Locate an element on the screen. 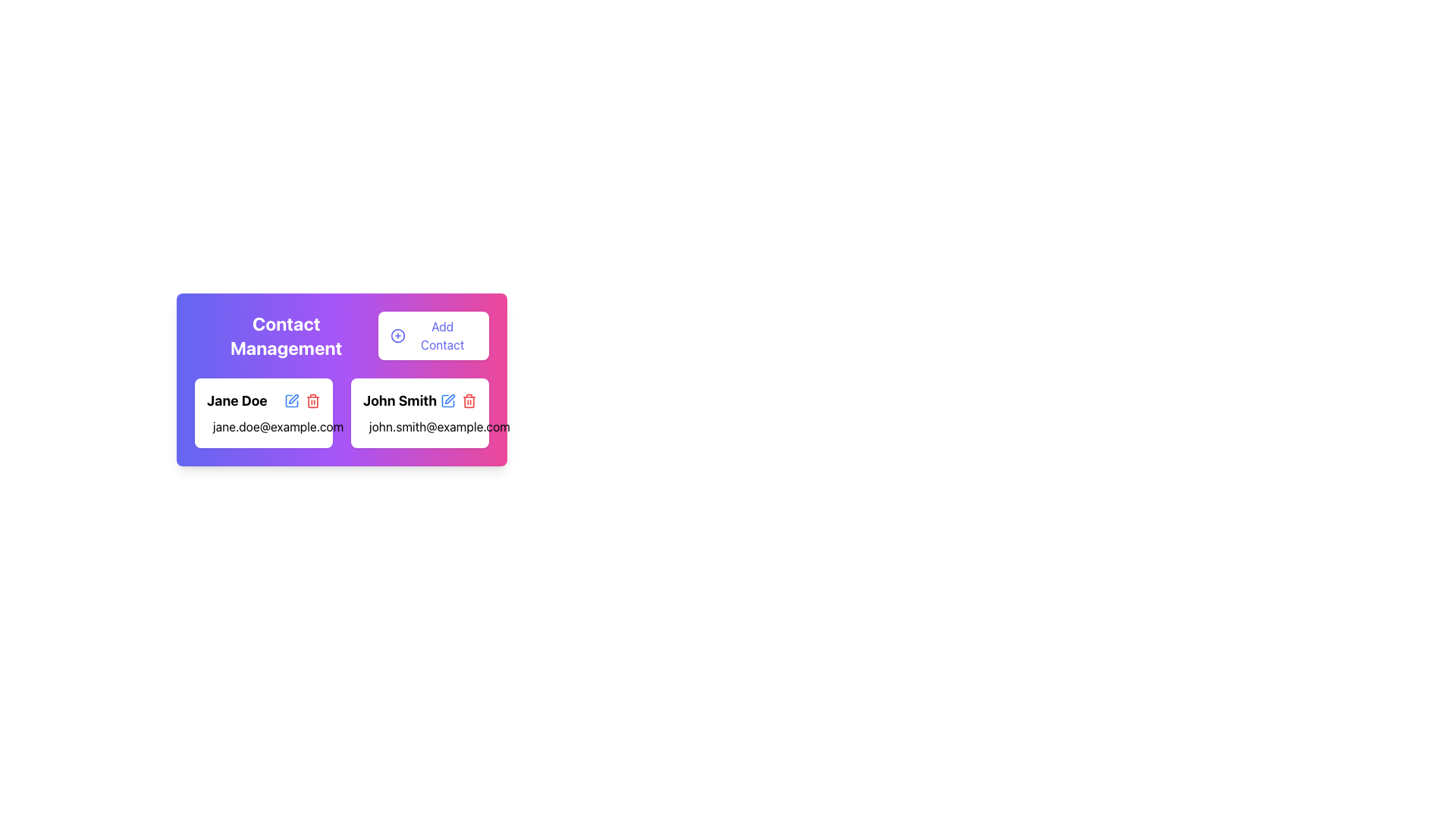 Image resolution: width=1456 pixels, height=819 pixels. text element displaying the email address associated with the contact 'Jane Doe', which is located in the card labeled 'Jane Doe' below the name is located at coordinates (263, 427).